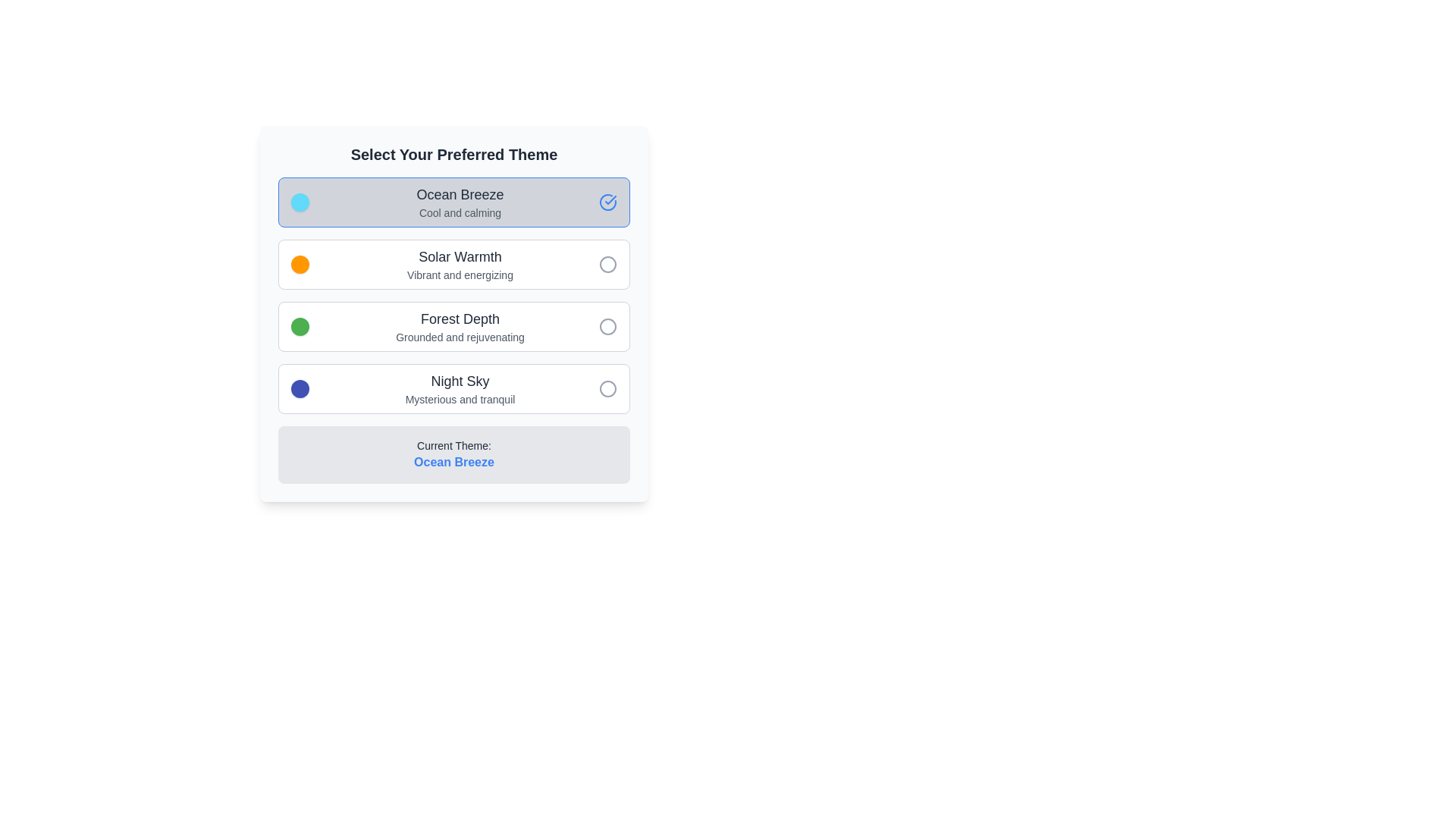  What do you see at coordinates (459, 213) in the screenshot?
I see `the text label that displays 'Cool and calming', which is styled in a small-sized, light gray font and located below 'Ocean Breeze'` at bounding box center [459, 213].